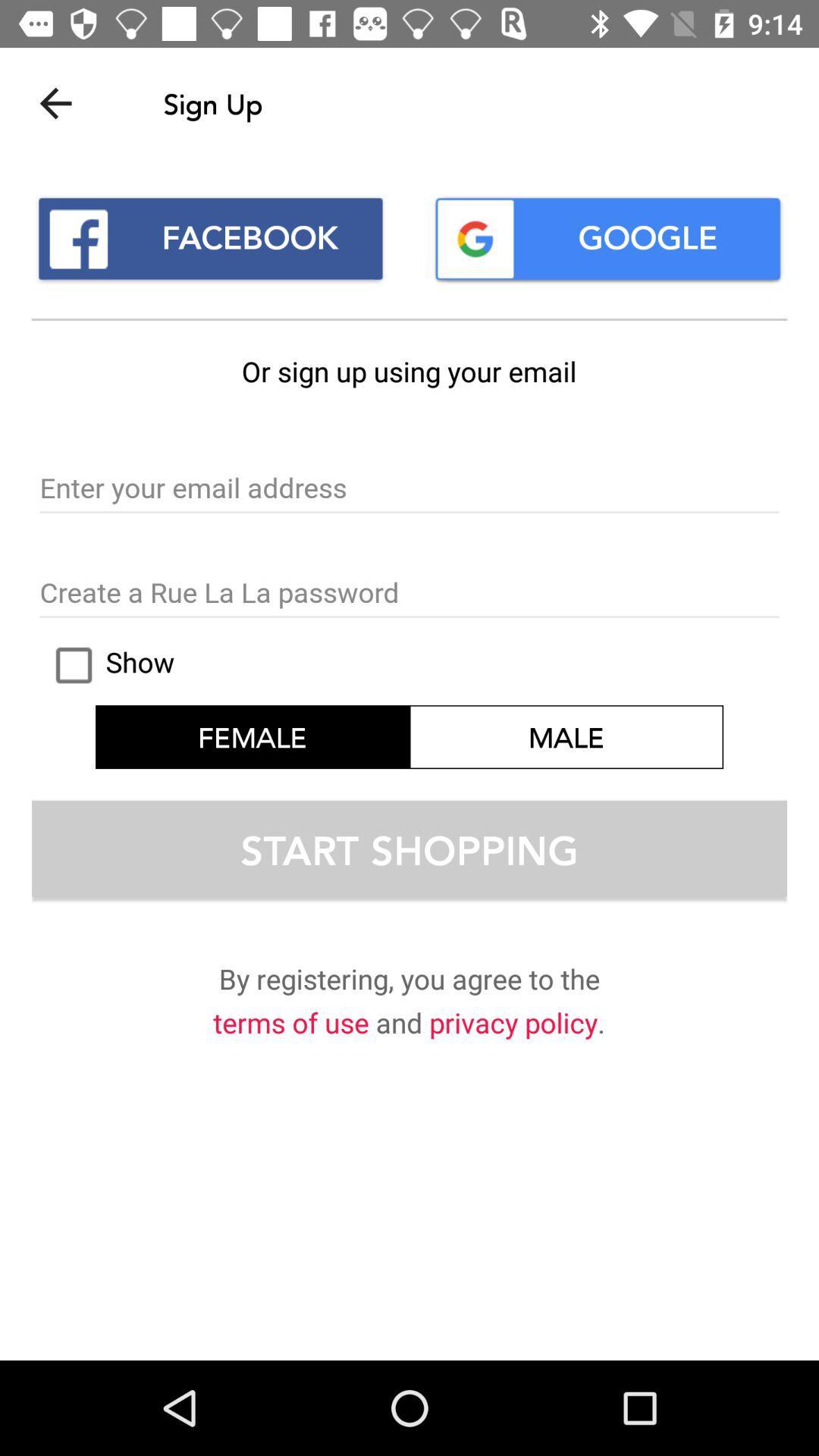 The width and height of the screenshot is (819, 1456). I want to click on password box, so click(409, 593).